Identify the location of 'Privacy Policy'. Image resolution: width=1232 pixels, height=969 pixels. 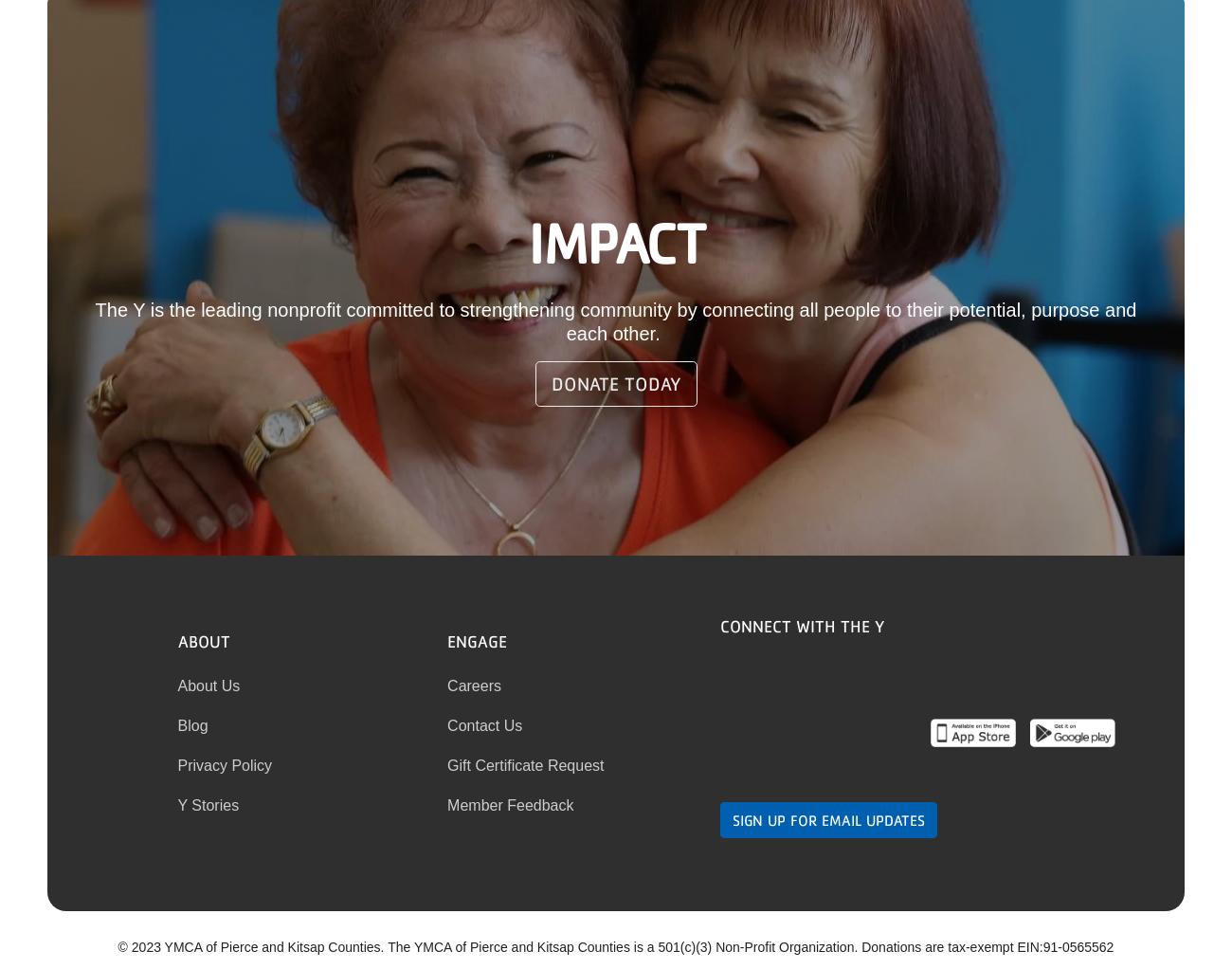
(176, 763).